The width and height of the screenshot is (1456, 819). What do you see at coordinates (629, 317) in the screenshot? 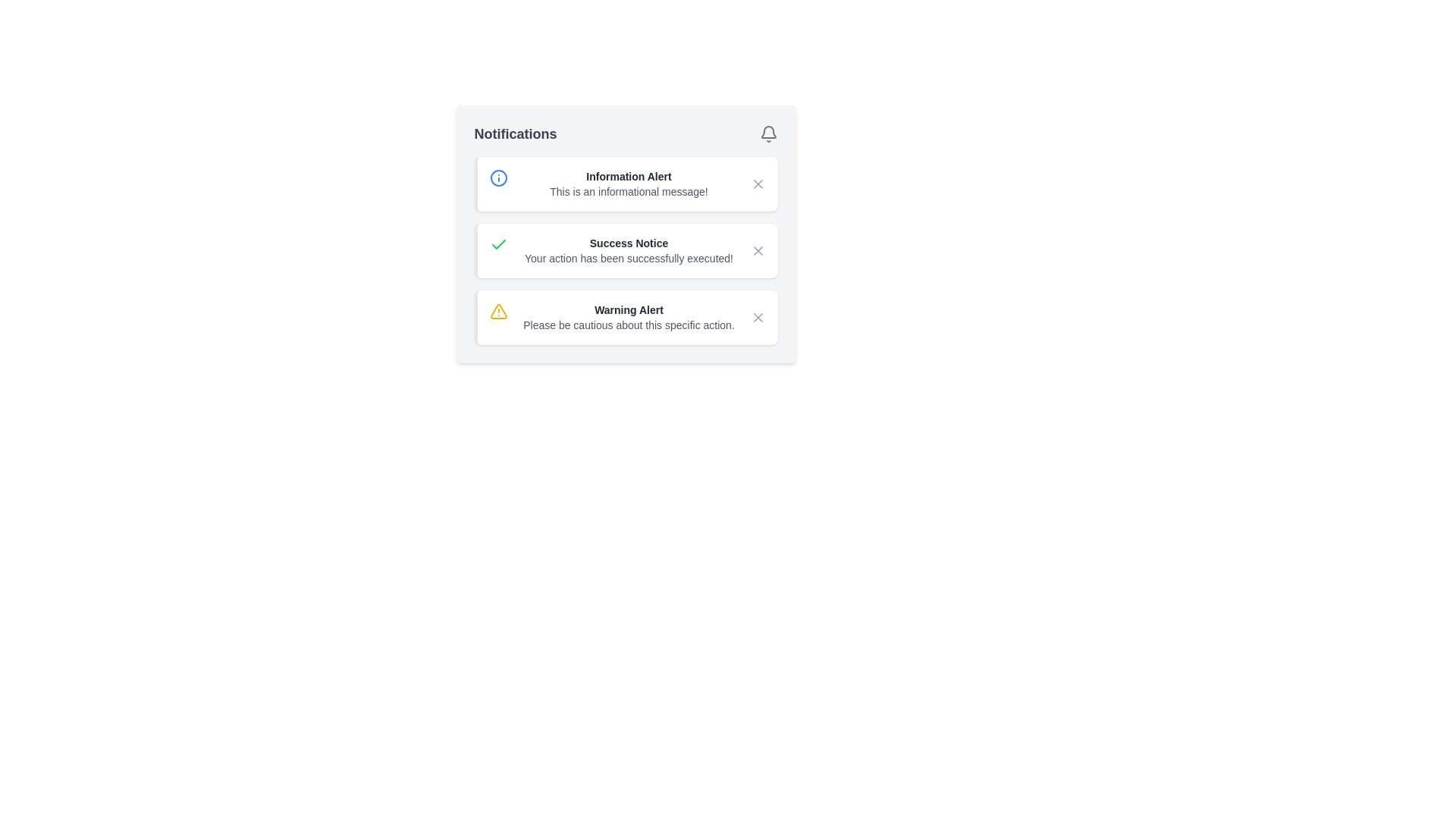
I see `the notification alert that warns the user about a specific action, positioned below the 'Success Notice' notification` at bounding box center [629, 317].